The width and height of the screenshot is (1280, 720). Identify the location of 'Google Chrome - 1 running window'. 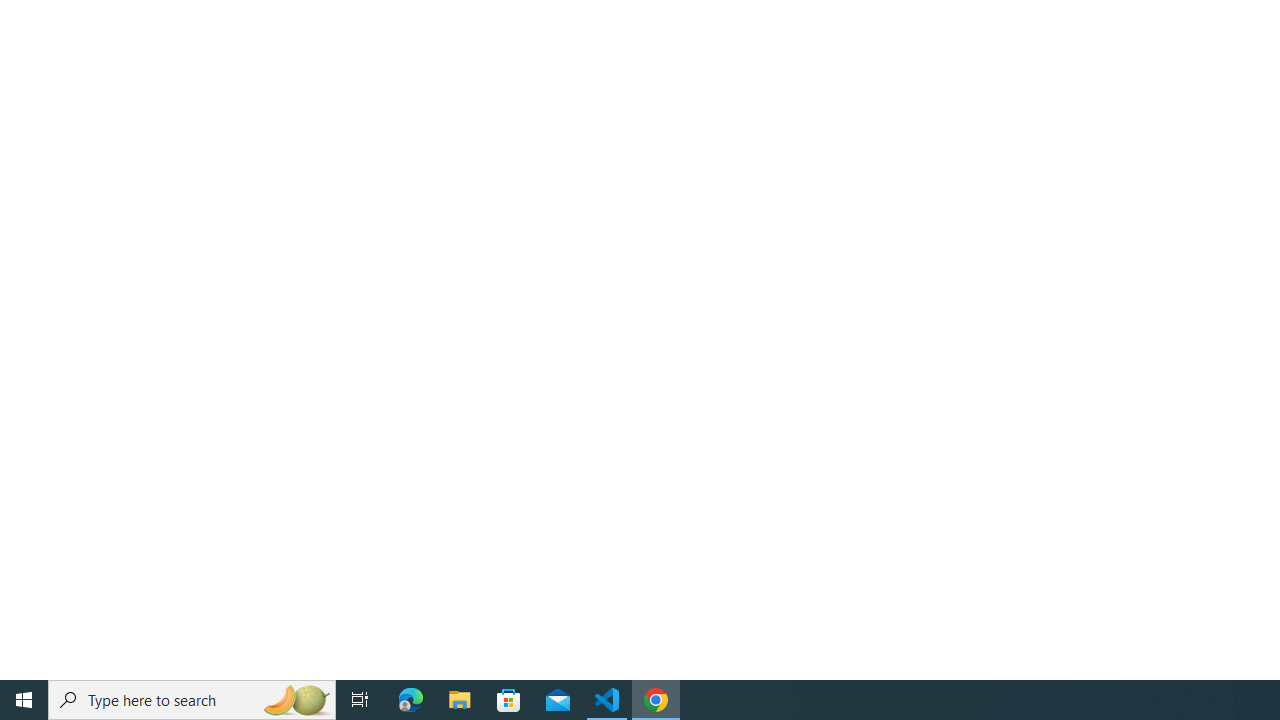
(656, 698).